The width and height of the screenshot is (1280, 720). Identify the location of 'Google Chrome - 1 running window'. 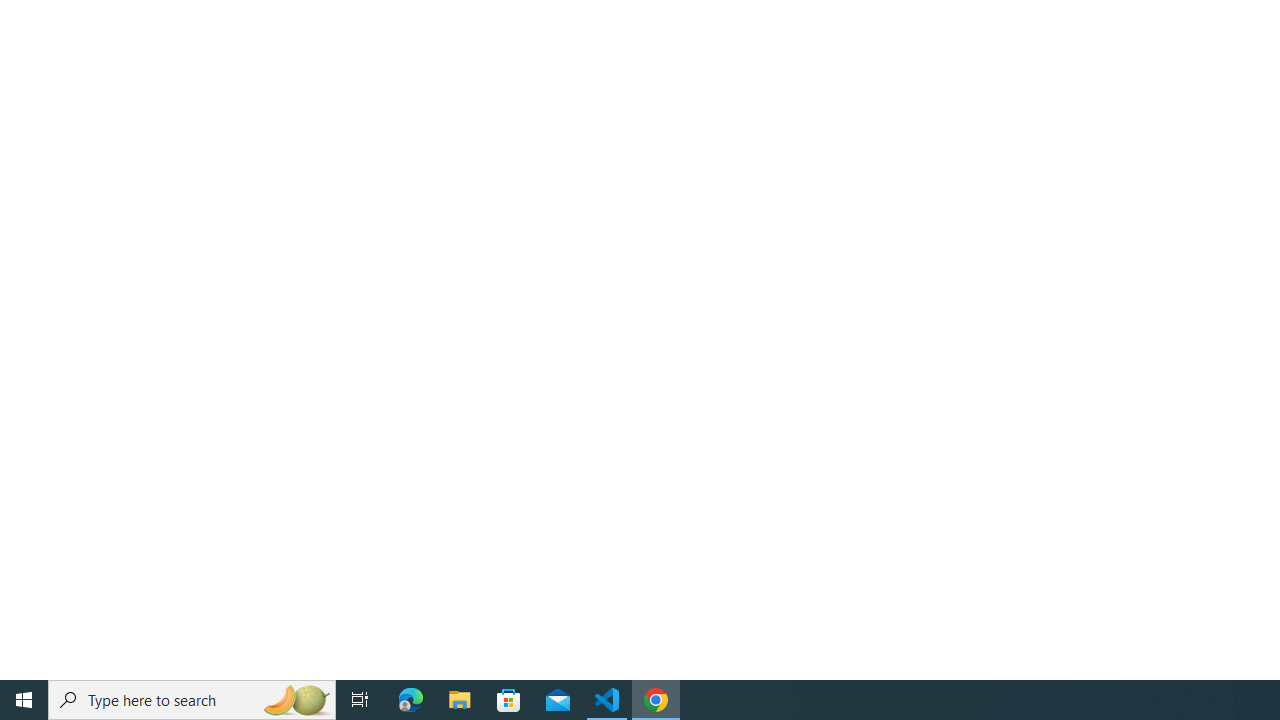
(656, 698).